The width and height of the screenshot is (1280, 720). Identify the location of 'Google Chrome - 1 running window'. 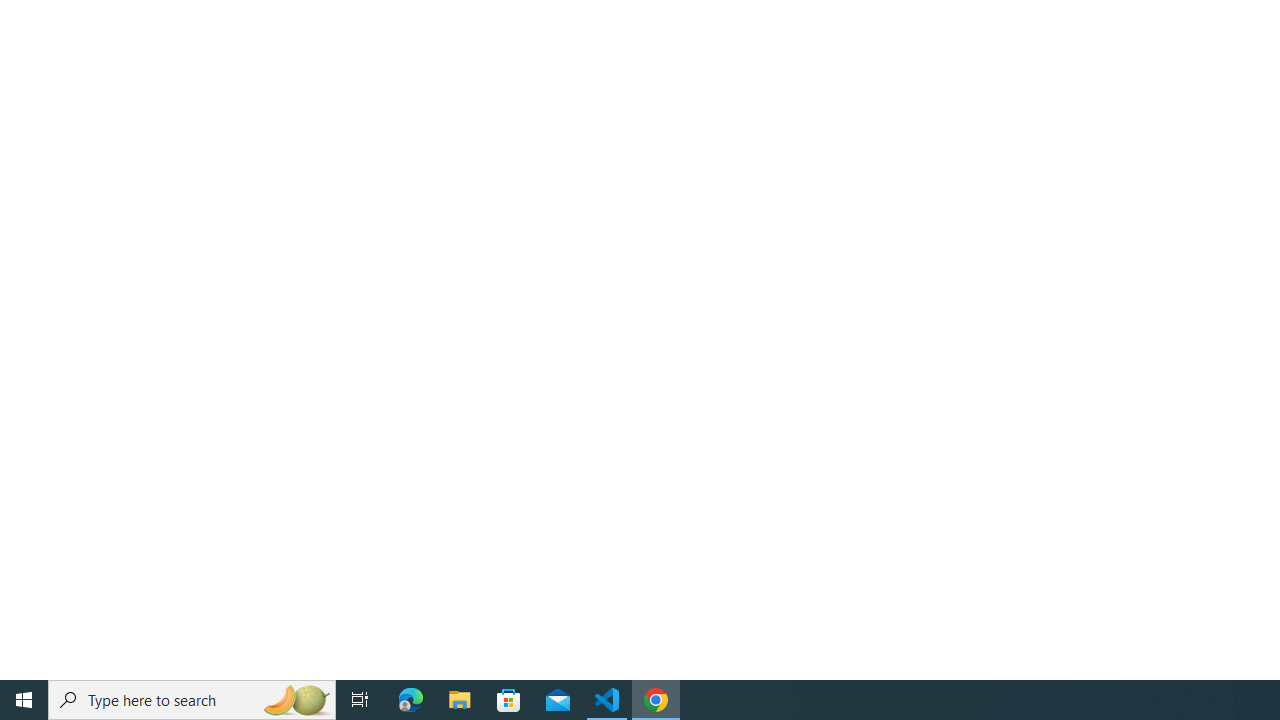
(656, 698).